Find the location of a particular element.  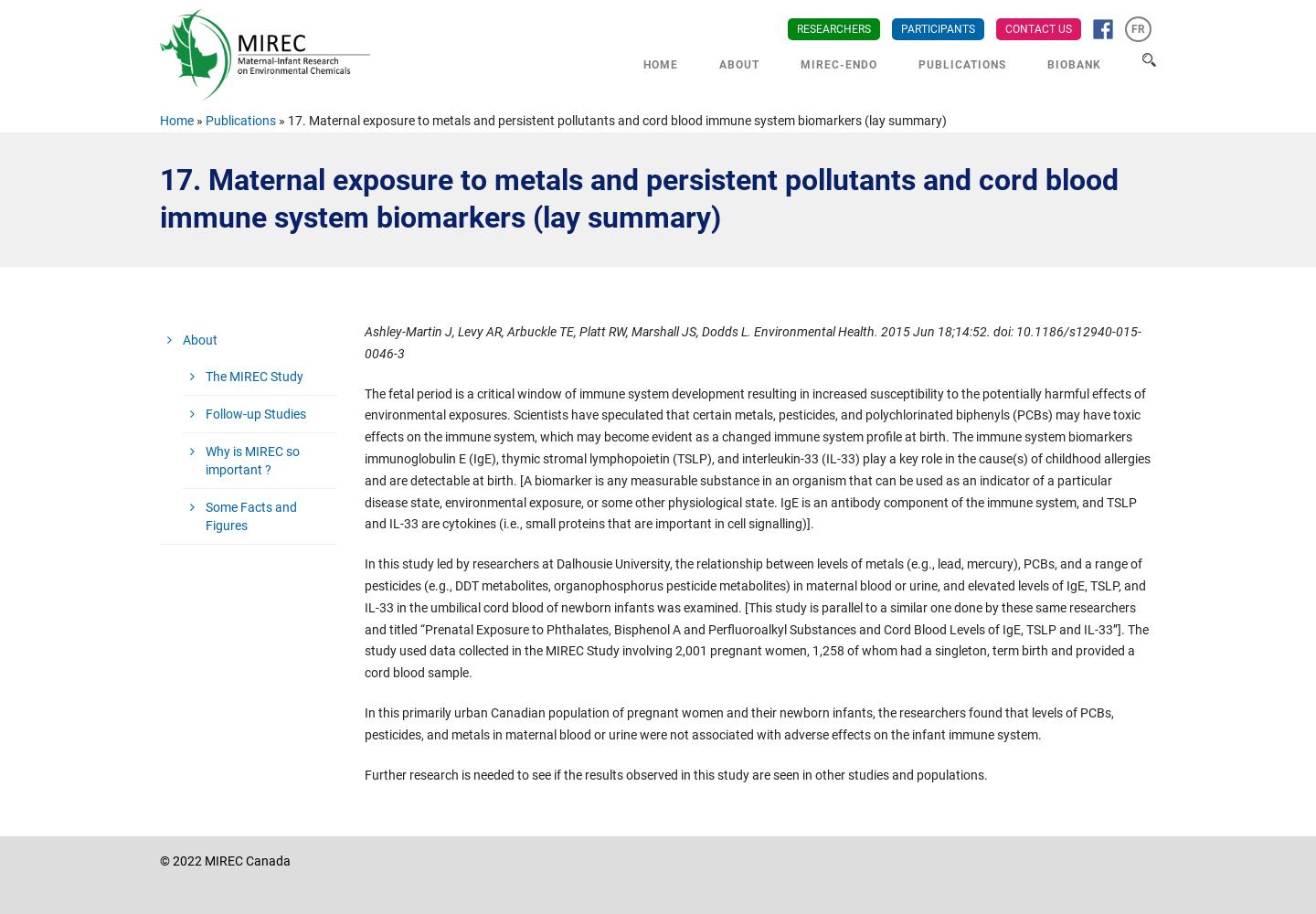

'Some Facts and Figures' is located at coordinates (205, 515).